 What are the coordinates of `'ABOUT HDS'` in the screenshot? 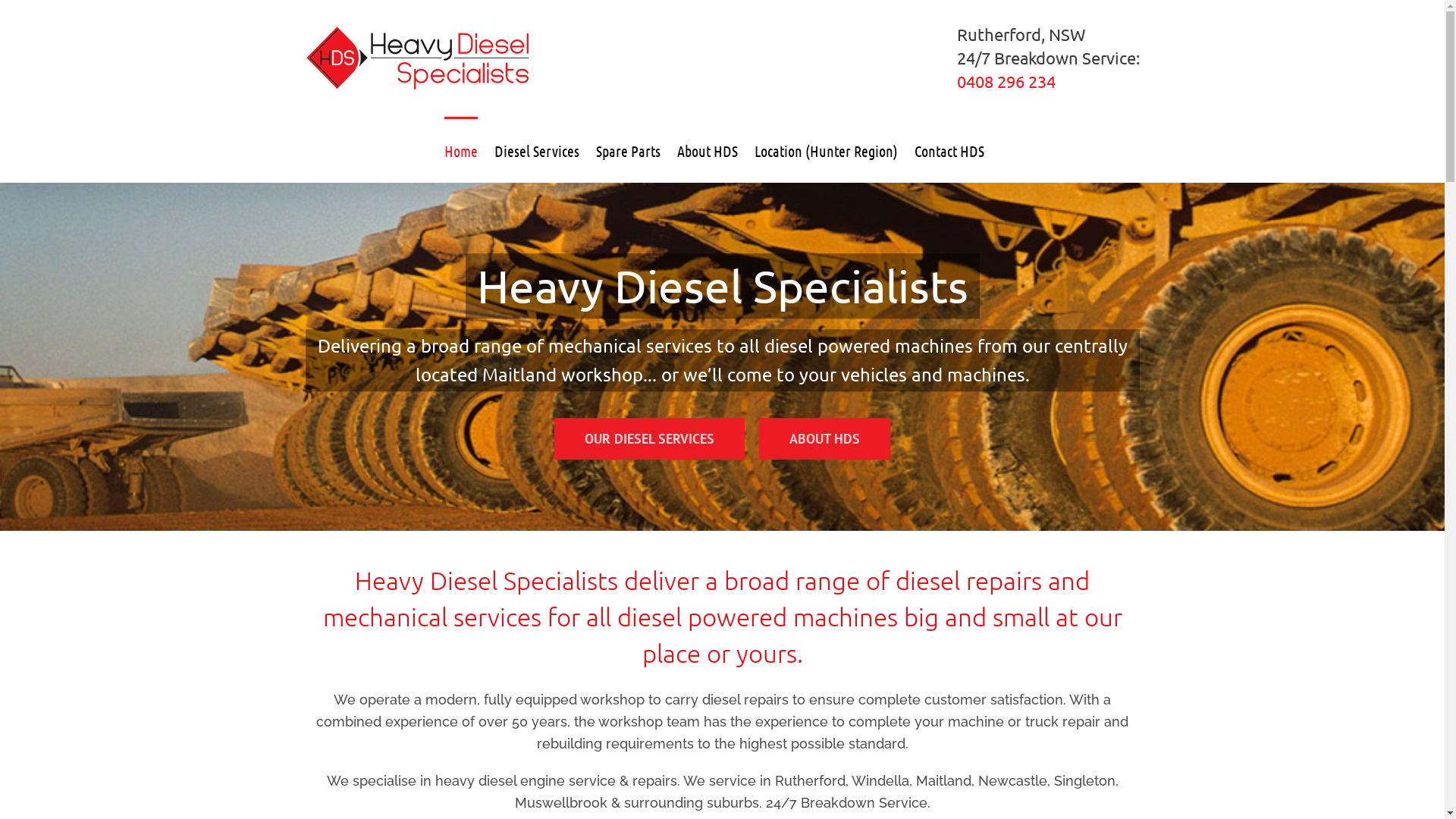 It's located at (824, 439).